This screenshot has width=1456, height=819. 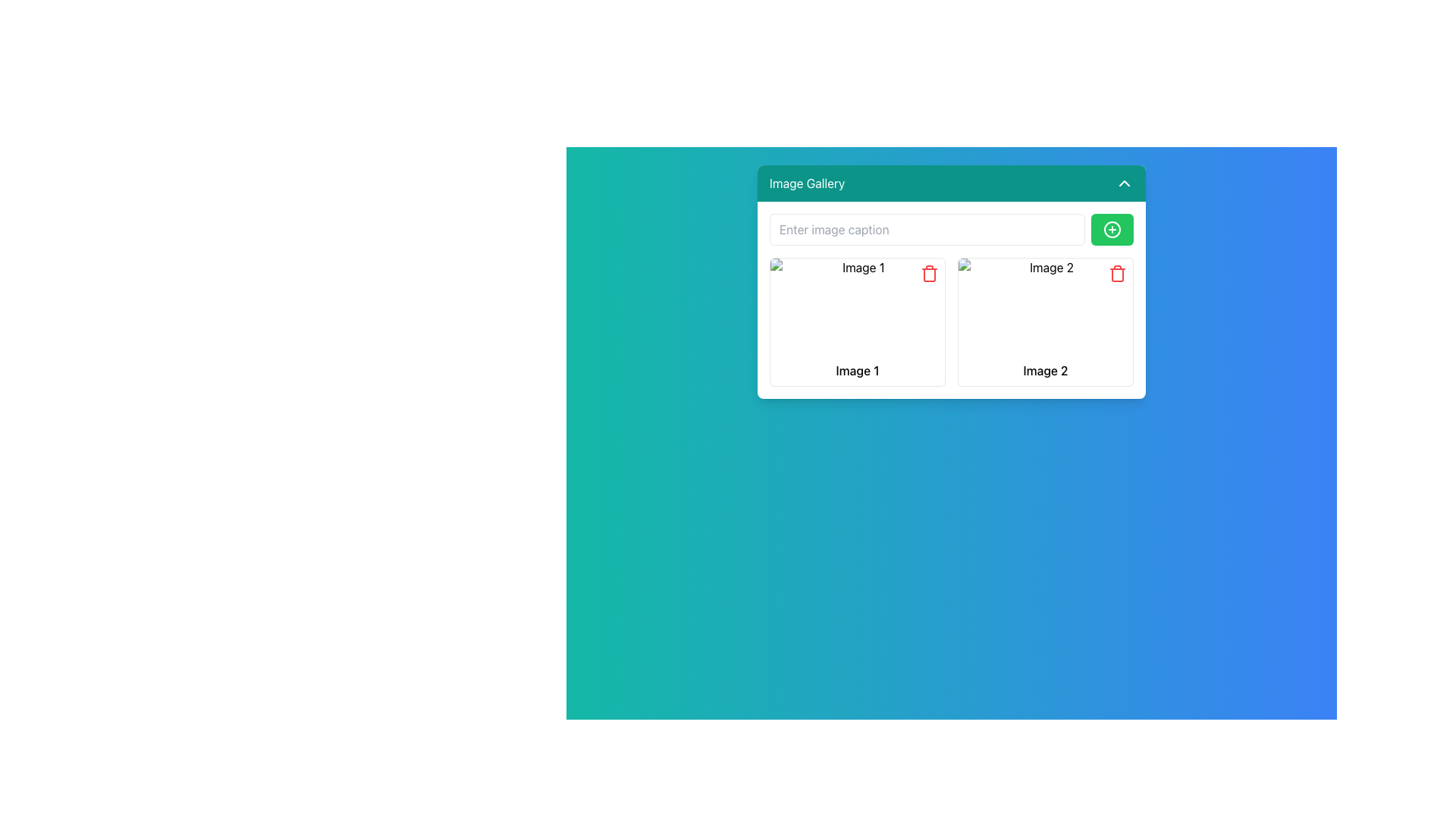 What do you see at coordinates (1112, 230) in the screenshot?
I see `the Decorative SVG Circle in the Button located at the top-right corner of the 'Image Gallery' card interface` at bounding box center [1112, 230].